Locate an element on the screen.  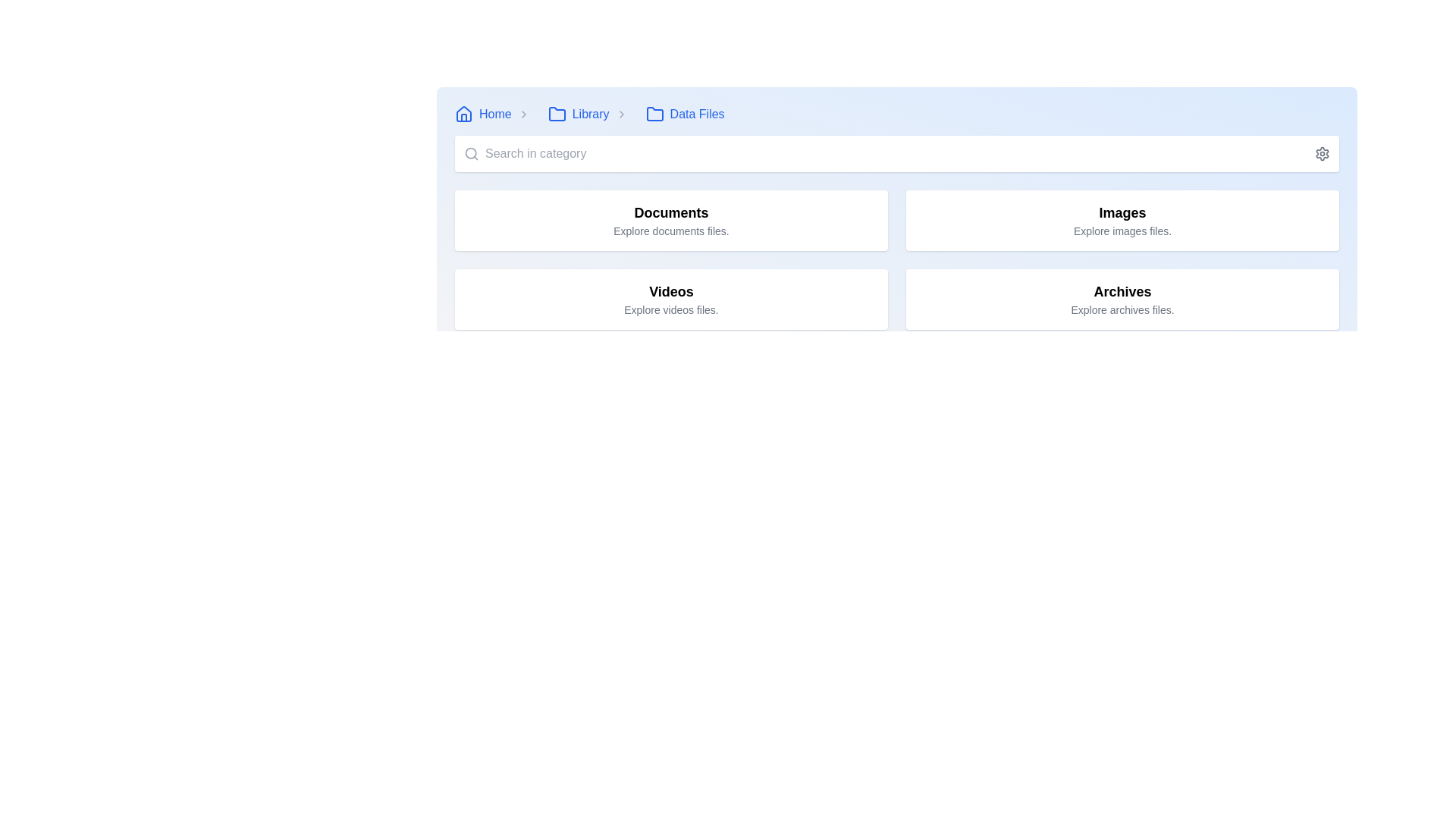
the third item in the breadcrumb navigation, which indicates the current location and precedes the 'Data Files' link is located at coordinates (590, 113).